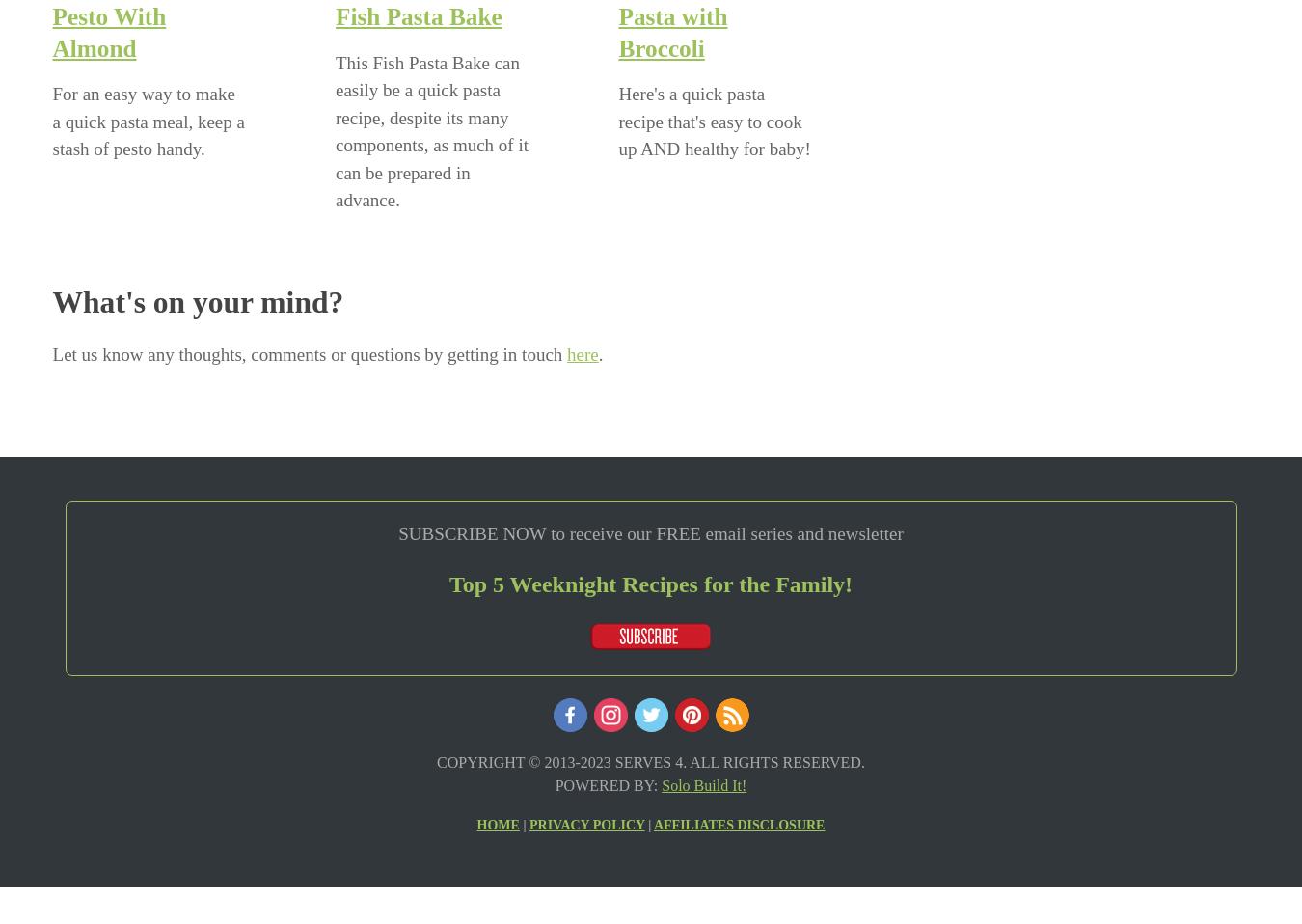 This screenshot has width=1302, height=924. I want to click on 'eceive our FREE email series and newsletter', so click(575, 532).